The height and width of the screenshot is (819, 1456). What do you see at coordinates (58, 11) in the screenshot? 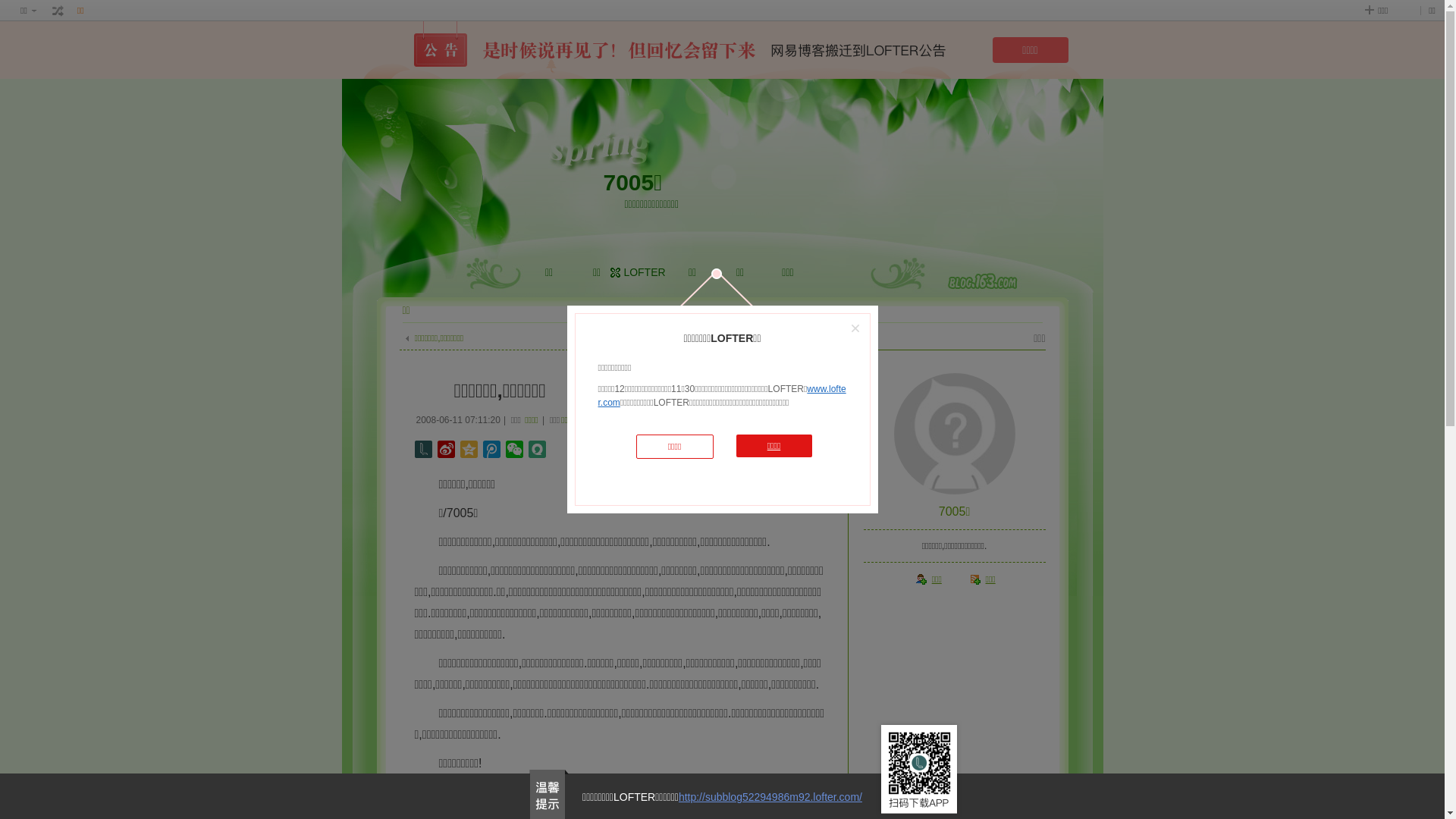
I see `' '` at bounding box center [58, 11].